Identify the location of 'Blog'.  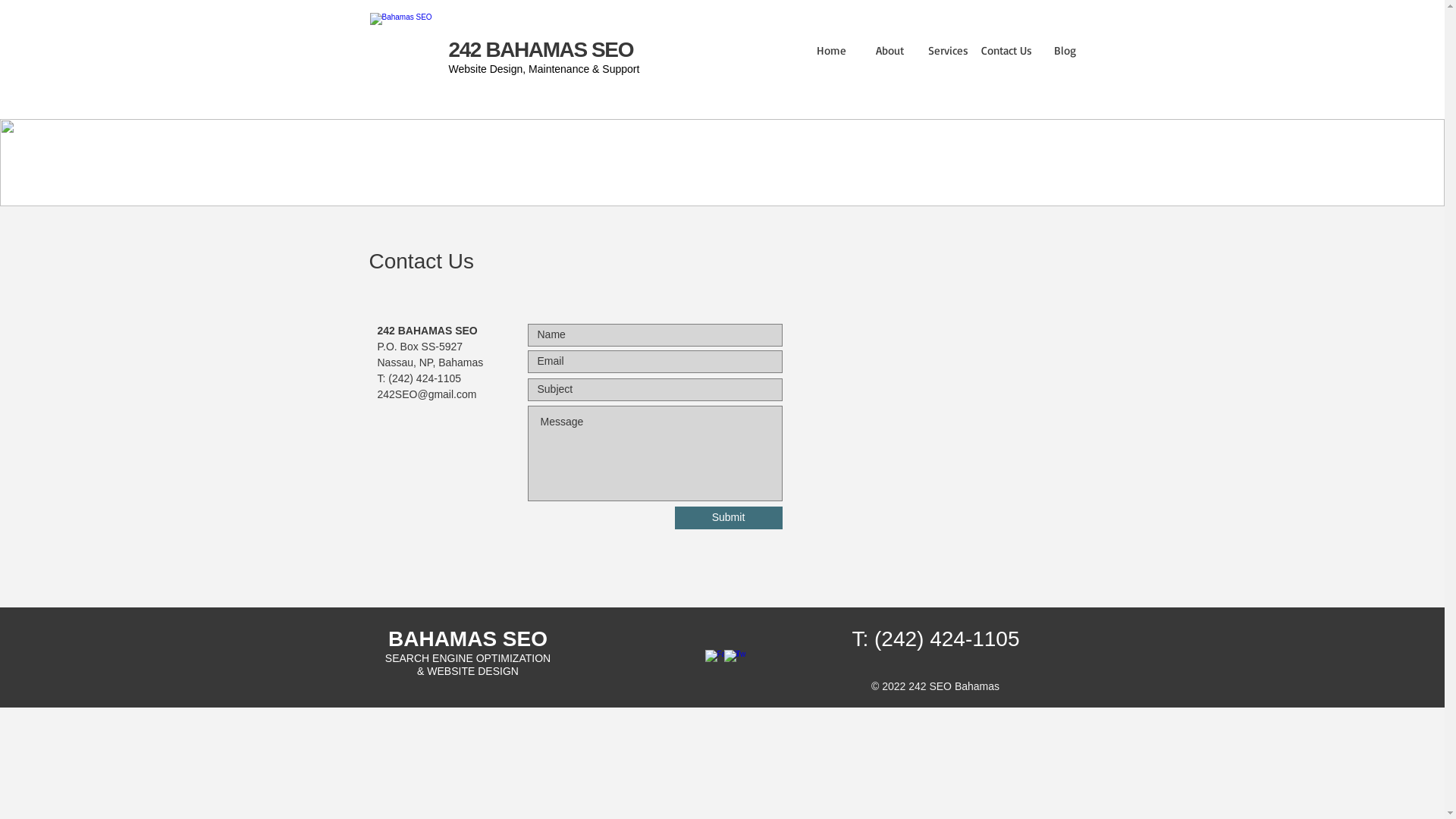
(1063, 49).